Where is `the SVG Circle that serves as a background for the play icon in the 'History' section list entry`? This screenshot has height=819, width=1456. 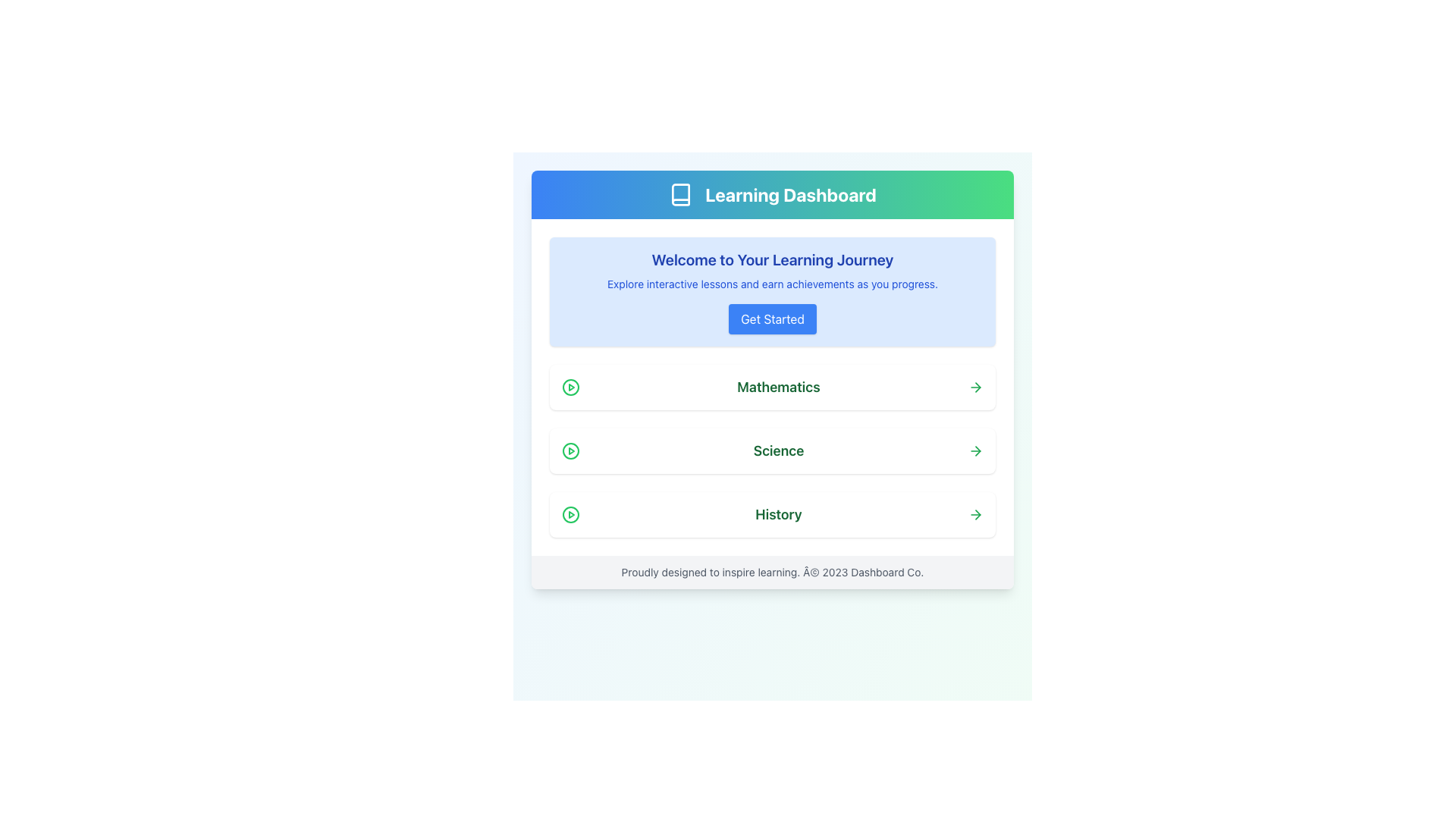 the SVG Circle that serves as a background for the play icon in the 'History' section list entry is located at coordinates (570, 513).